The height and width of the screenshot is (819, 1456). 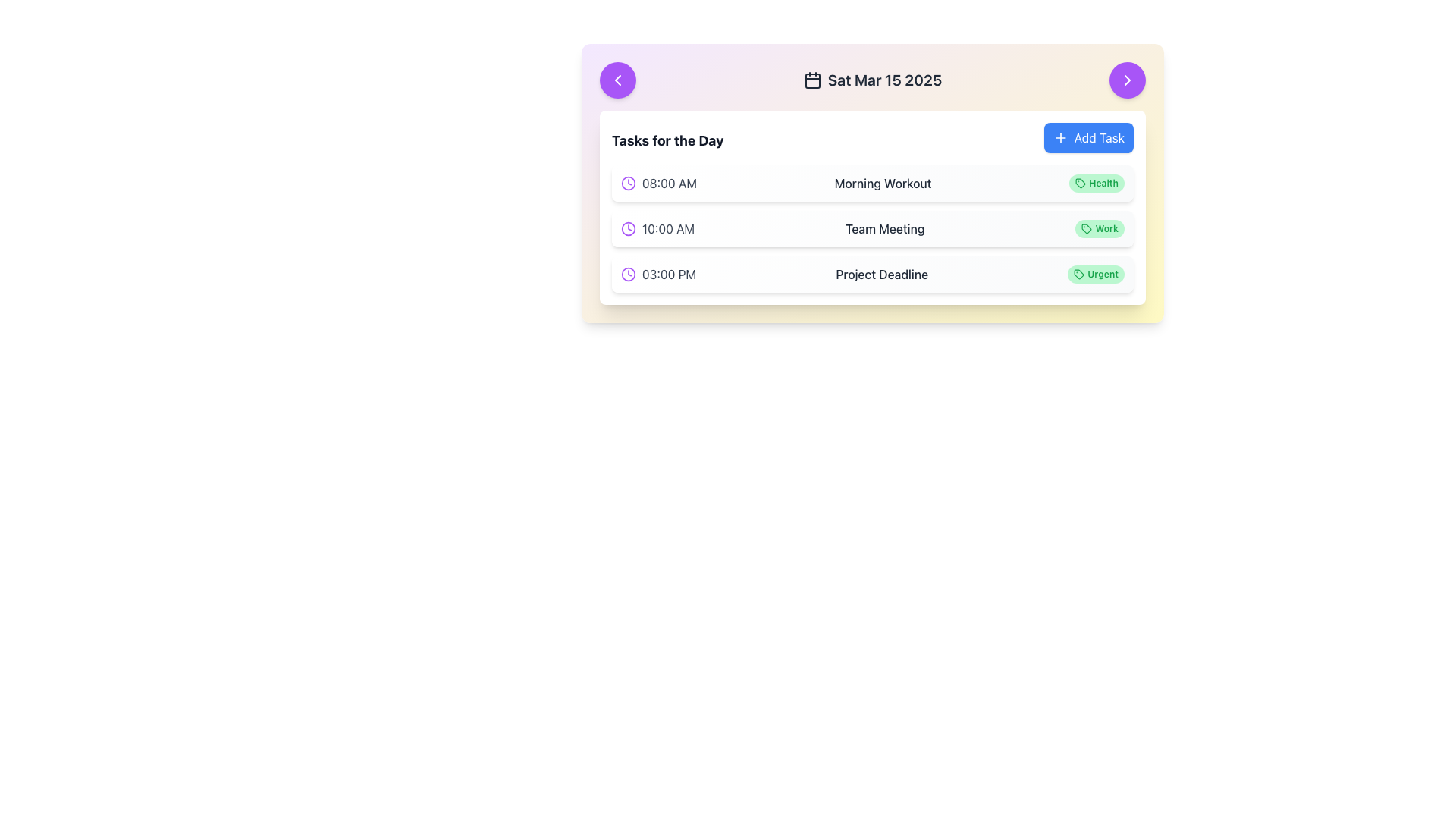 I want to click on properties of the rounded rectangle element inside the calendar icon located on the top bar of the interface, so click(x=811, y=81).